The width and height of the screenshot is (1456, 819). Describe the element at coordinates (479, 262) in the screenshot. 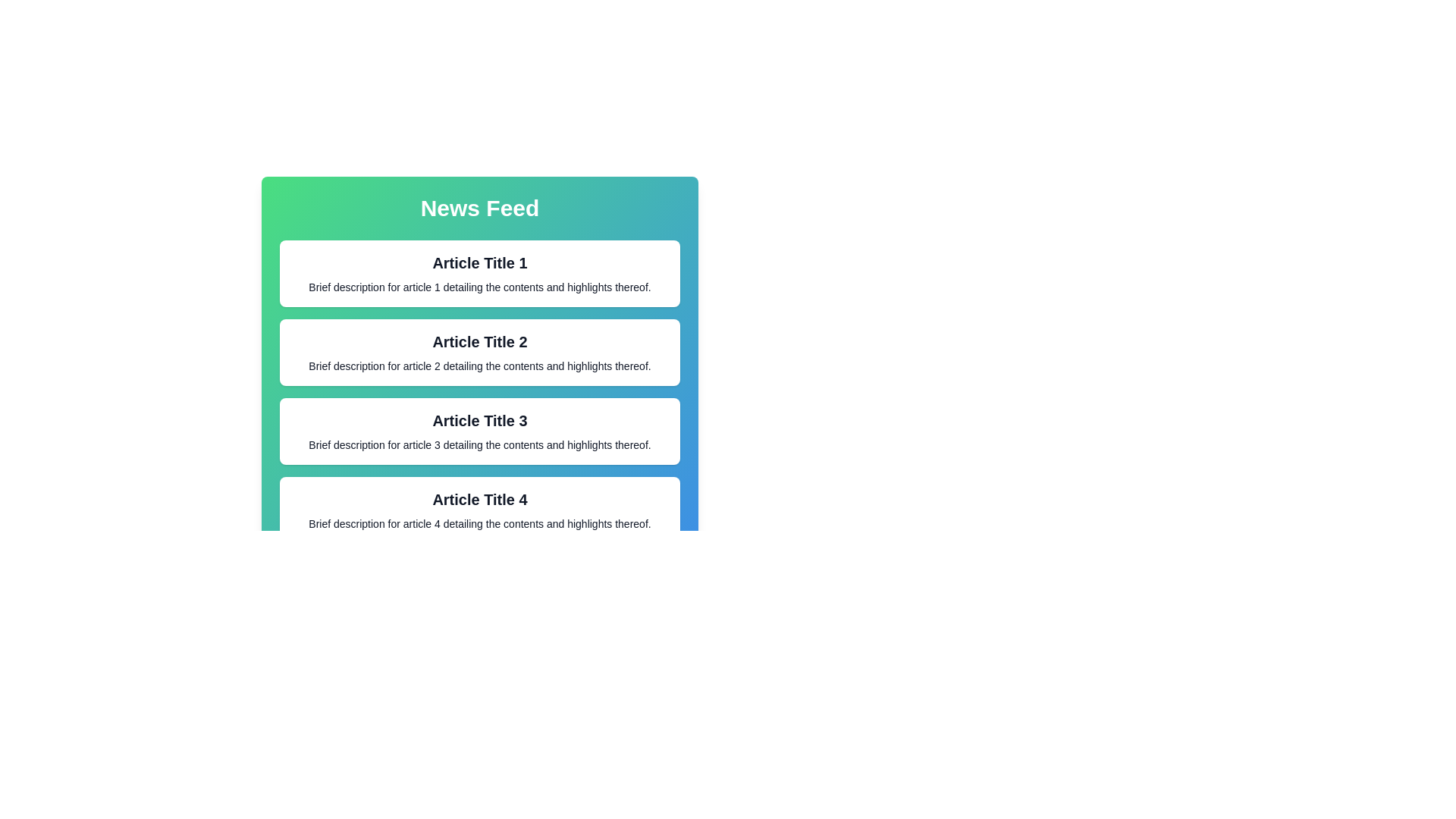

I see `the title text element of the article, which is centrally positioned within the card, above the descriptive text` at that location.